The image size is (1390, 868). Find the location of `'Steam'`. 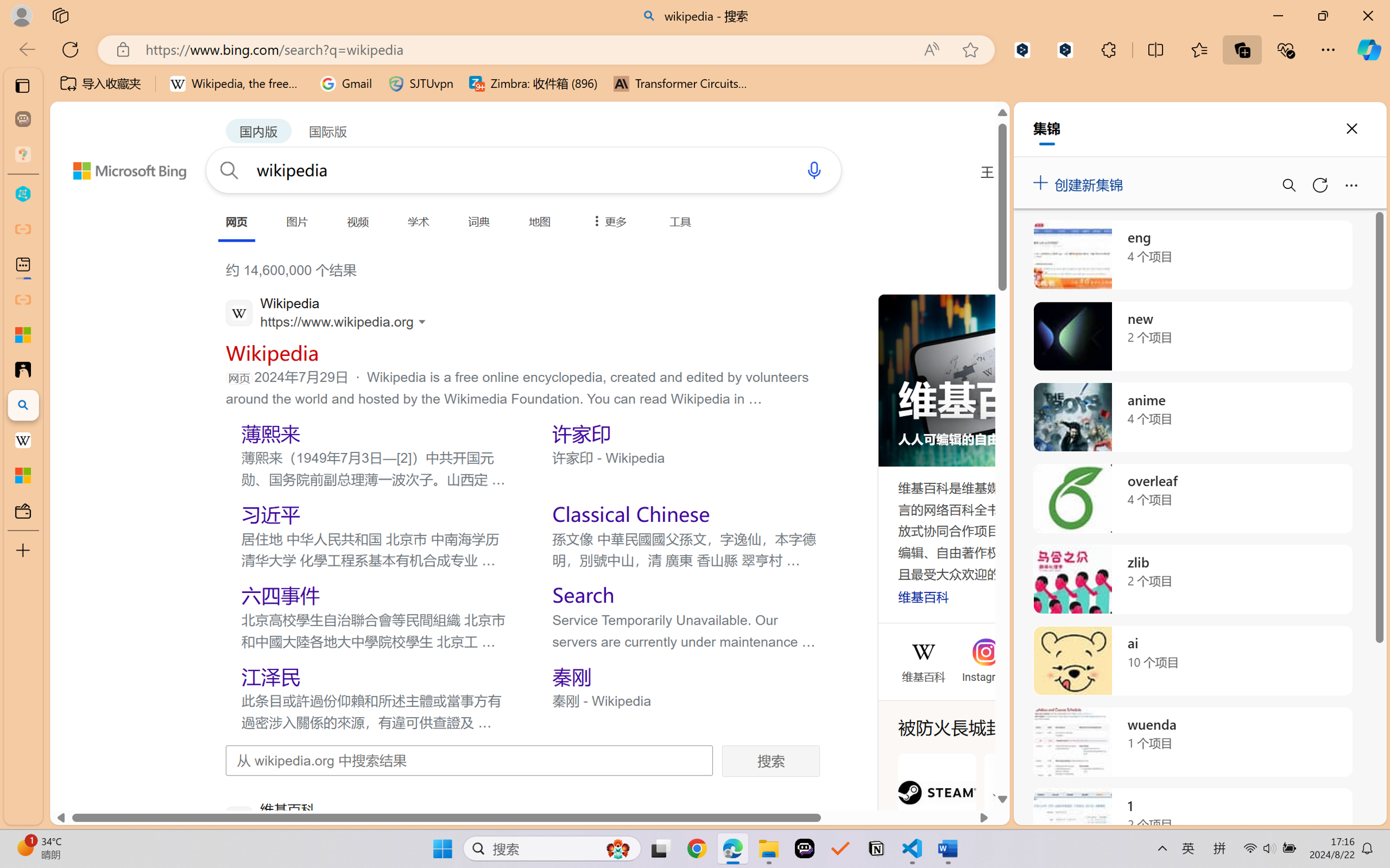

'Steam' is located at coordinates (936, 804).